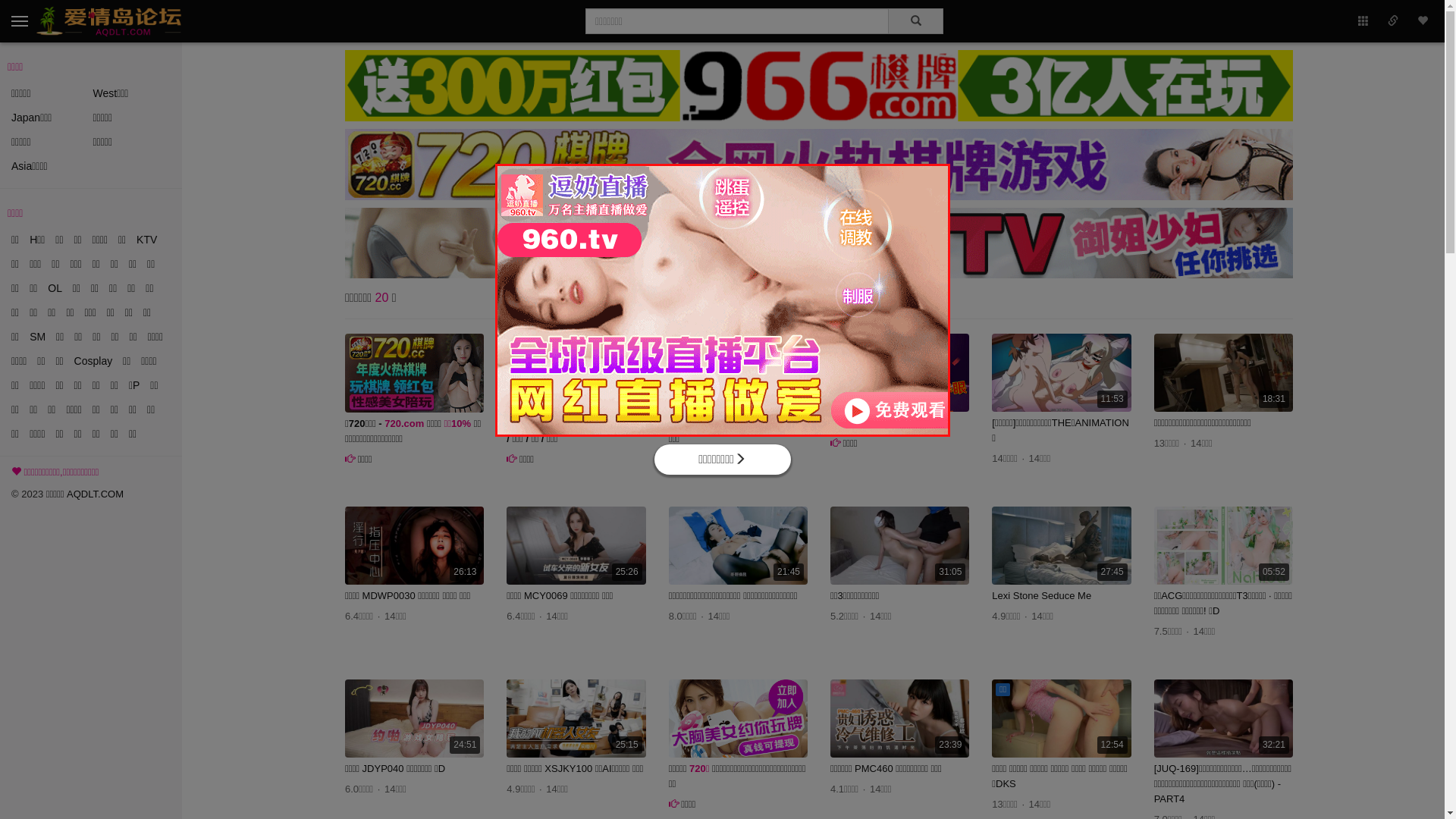 Image resolution: width=1456 pixels, height=819 pixels. Describe the element at coordinates (136, 239) in the screenshot. I see `'KTV'` at that location.